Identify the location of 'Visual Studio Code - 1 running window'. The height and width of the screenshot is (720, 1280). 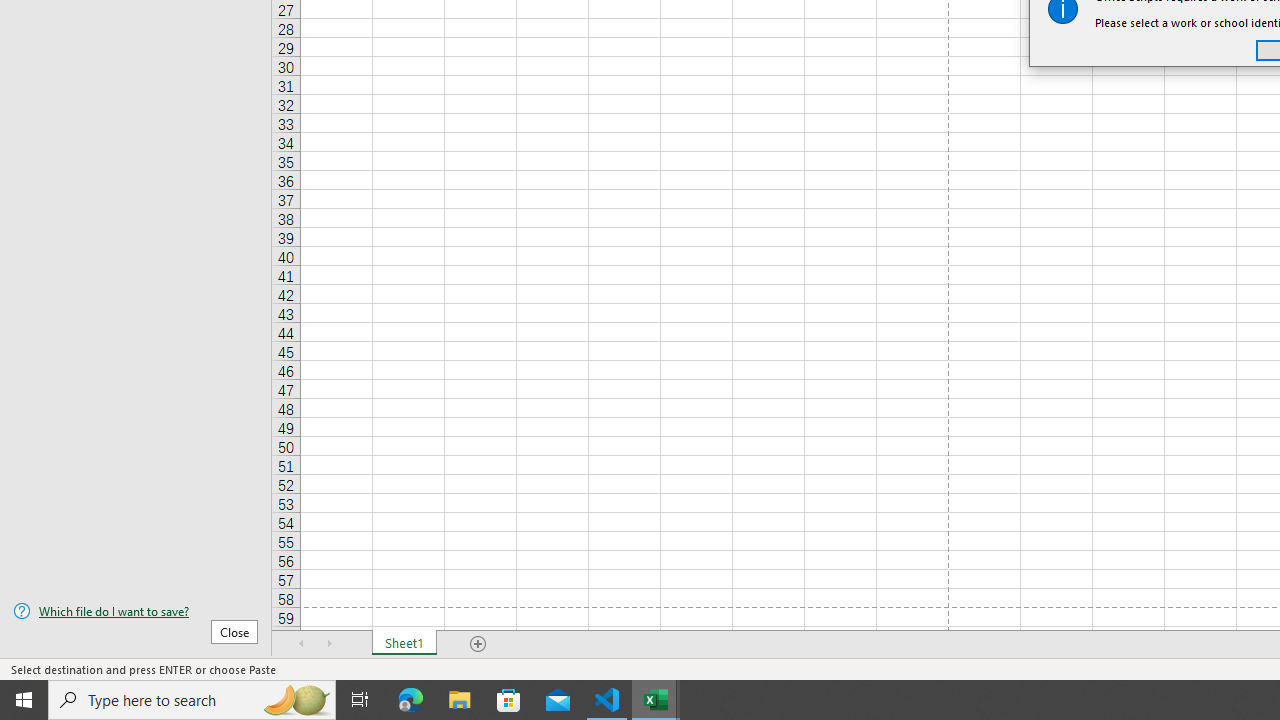
(606, 698).